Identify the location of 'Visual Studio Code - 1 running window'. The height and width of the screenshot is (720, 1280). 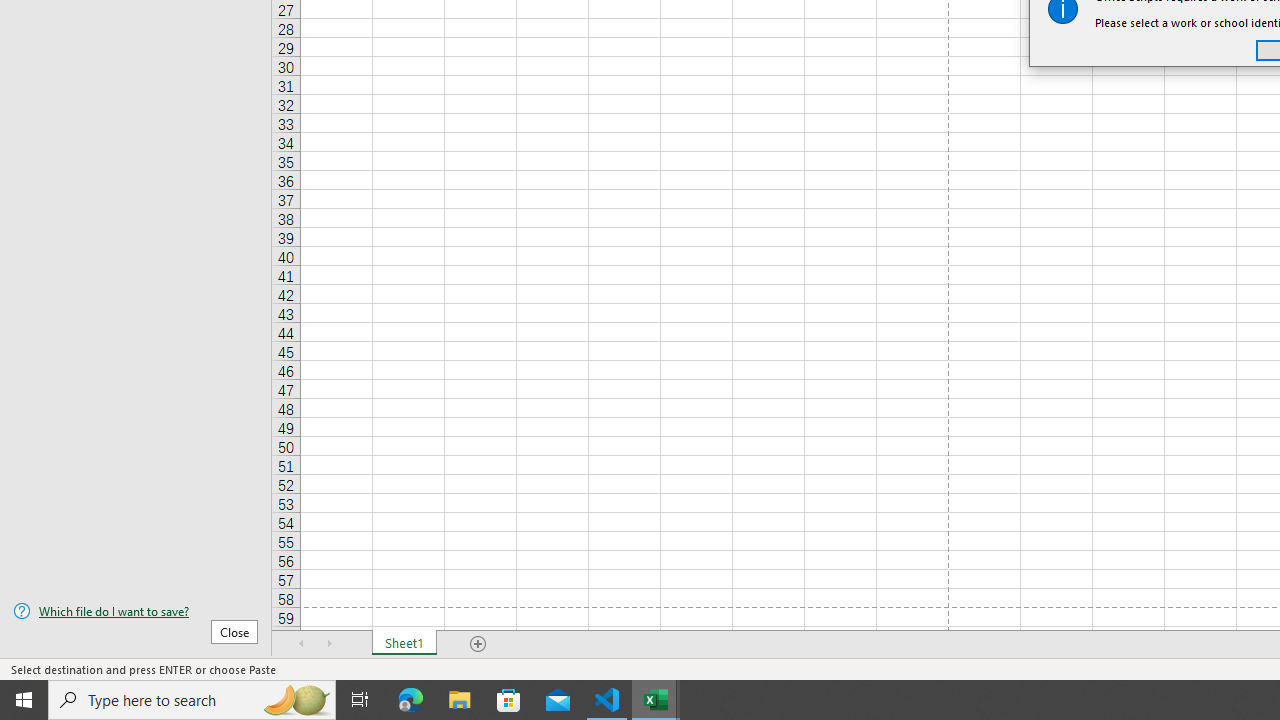
(606, 698).